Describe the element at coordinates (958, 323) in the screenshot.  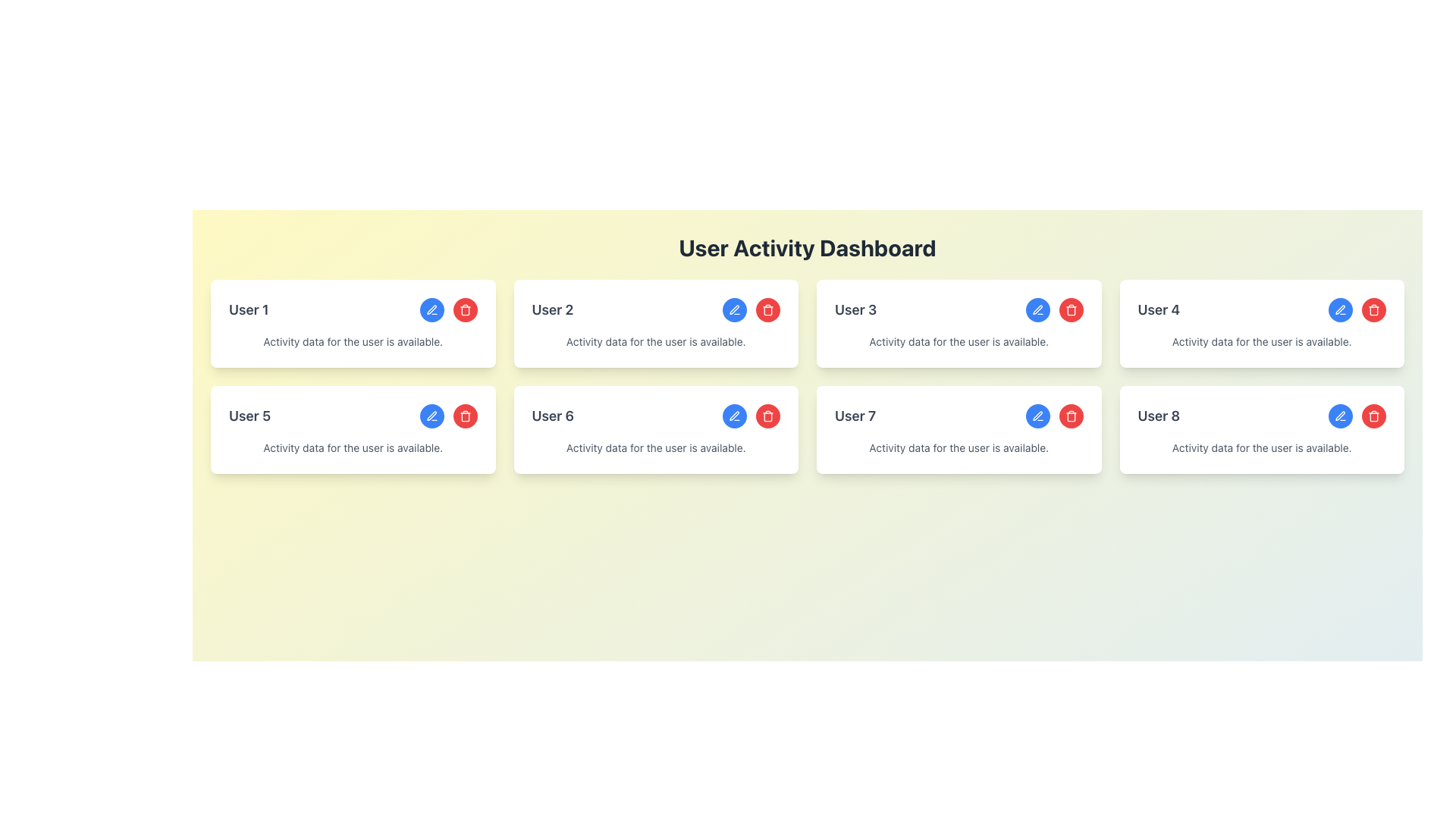
I see `the user activity card located in the top row, third column of the grid layout` at that location.